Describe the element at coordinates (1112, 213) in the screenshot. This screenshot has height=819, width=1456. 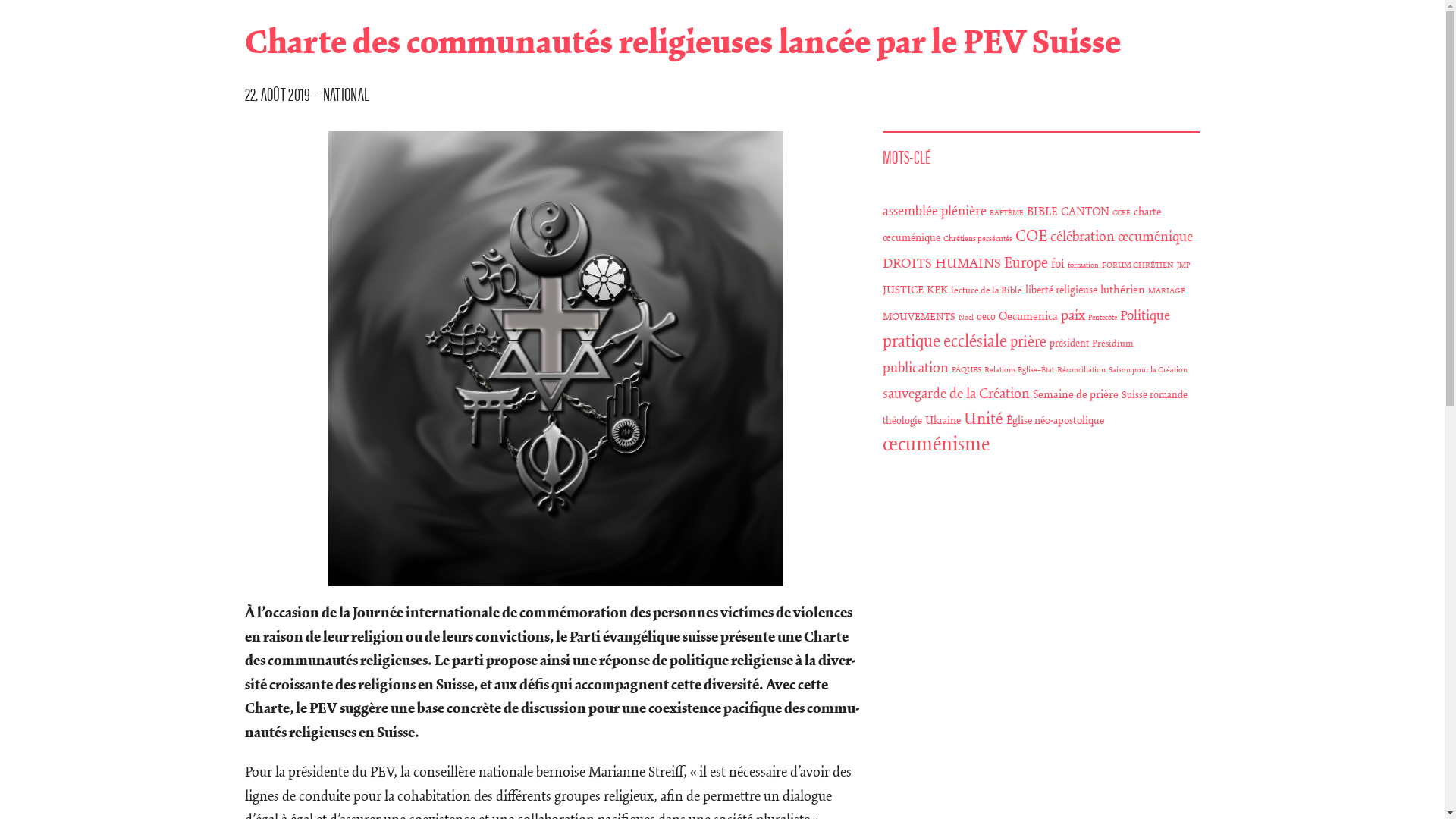
I see `'CCEE'` at that location.